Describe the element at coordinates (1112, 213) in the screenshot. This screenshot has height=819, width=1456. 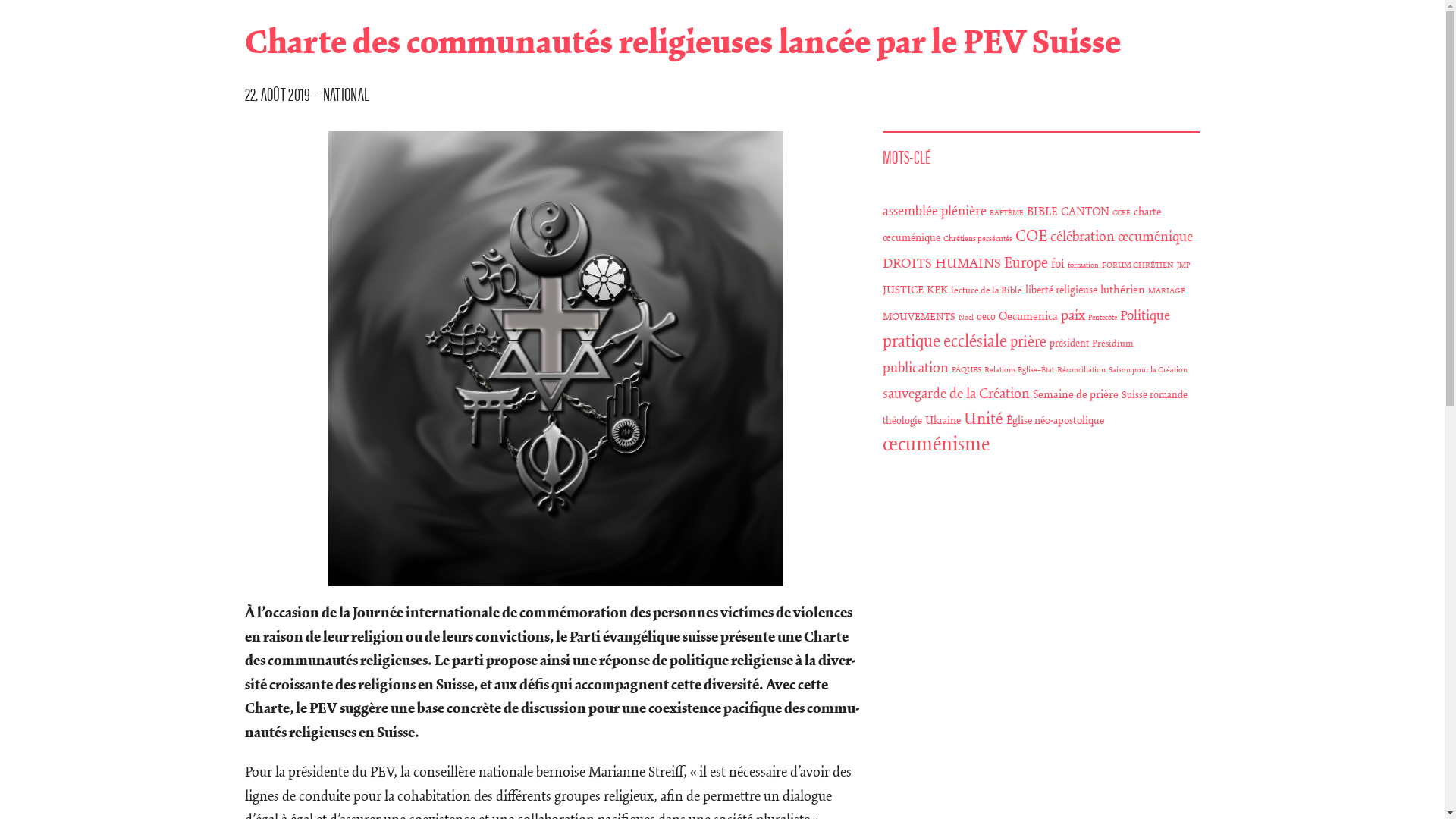
I see `'CCEE'` at that location.